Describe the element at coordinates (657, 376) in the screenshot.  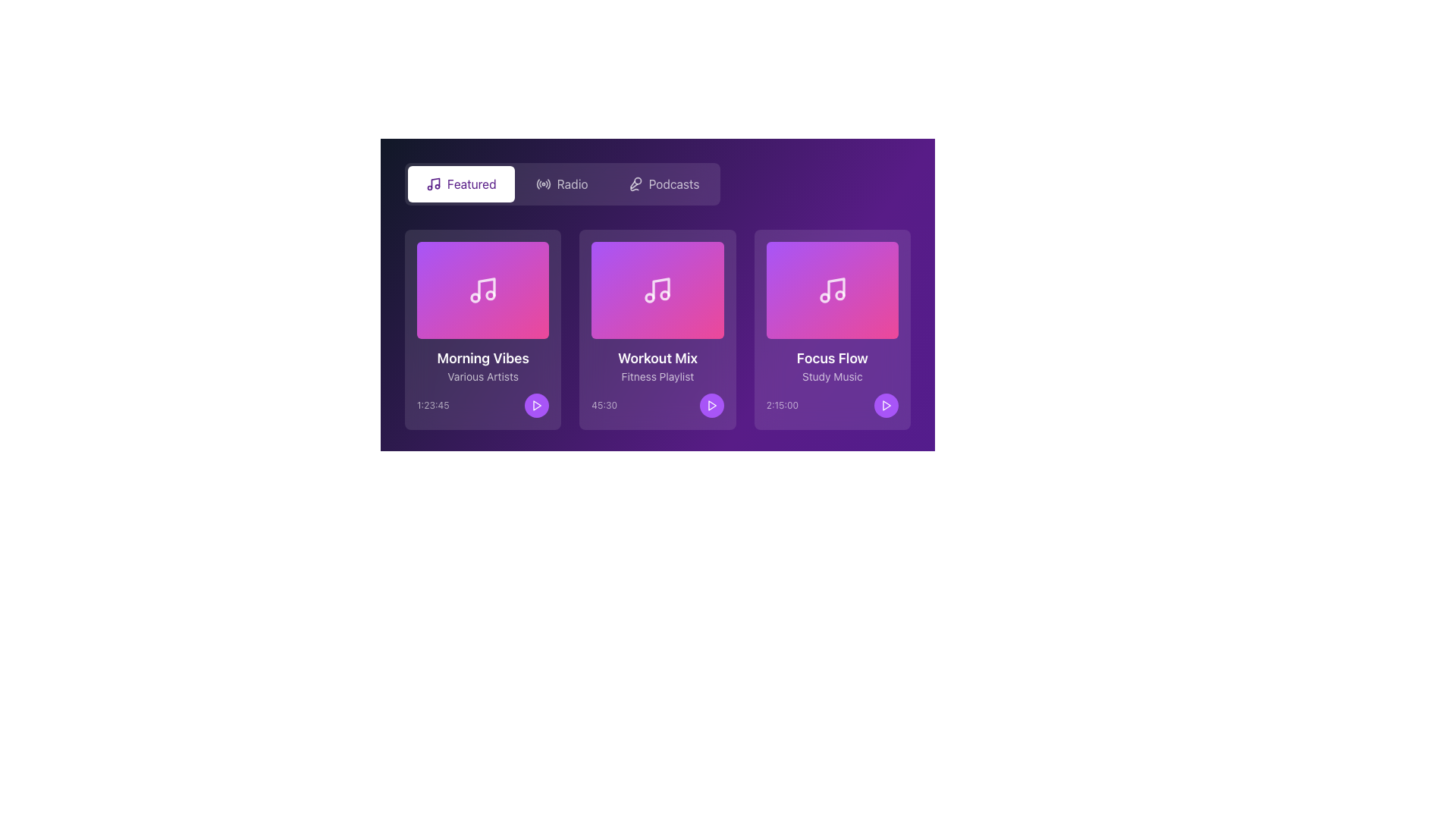
I see `text label 'Fitness Playlist' located under the 'Workout Mix' title in the center card of the horizontal card list` at that location.